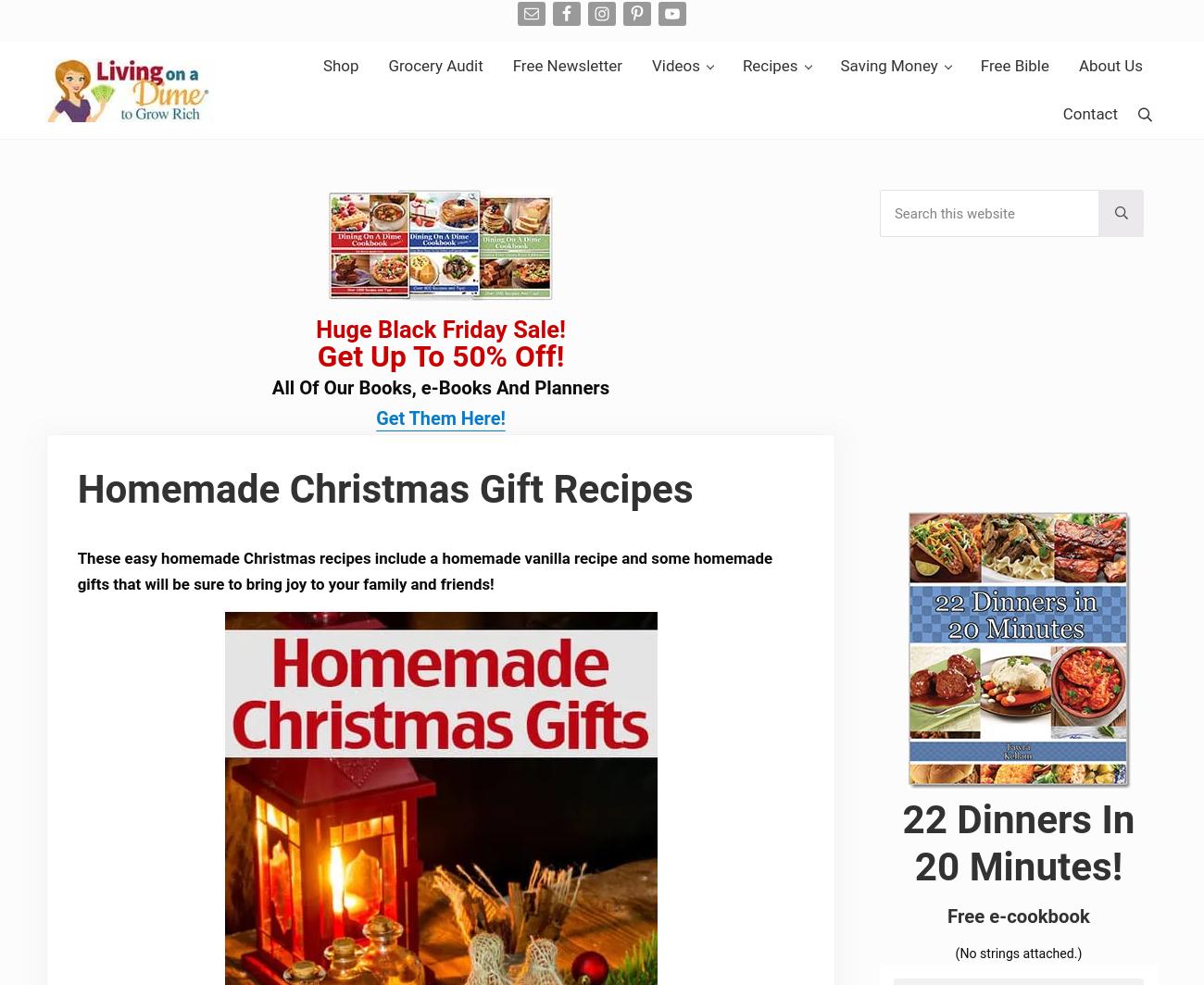  Describe the element at coordinates (439, 328) in the screenshot. I see `'Huge Black Friday Sale!'` at that location.